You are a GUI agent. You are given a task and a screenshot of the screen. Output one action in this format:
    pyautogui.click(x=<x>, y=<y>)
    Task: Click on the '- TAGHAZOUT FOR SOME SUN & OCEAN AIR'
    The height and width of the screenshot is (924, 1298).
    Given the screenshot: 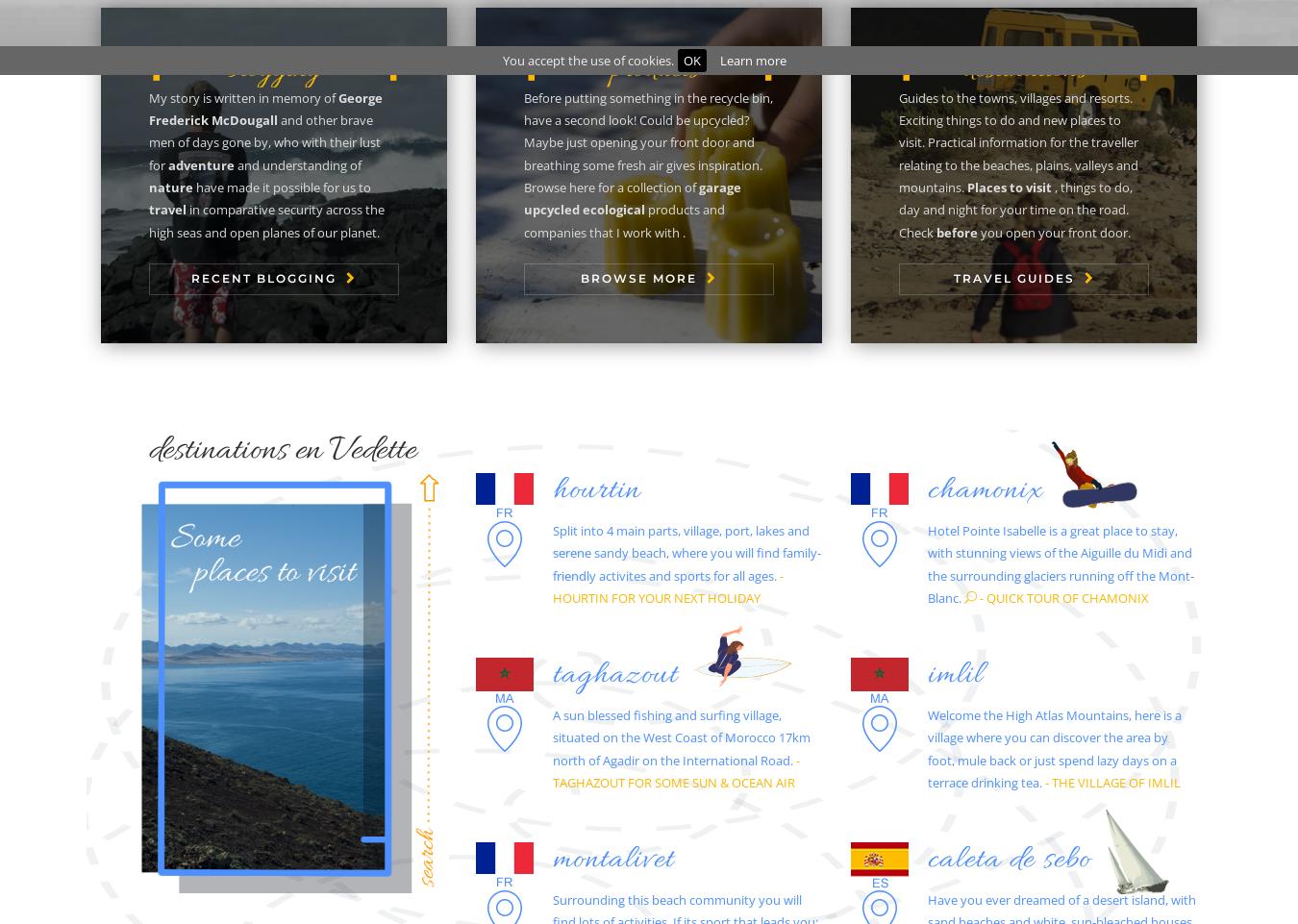 What is the action you would take?
    pyautogui.click(x=552, y=769)
    